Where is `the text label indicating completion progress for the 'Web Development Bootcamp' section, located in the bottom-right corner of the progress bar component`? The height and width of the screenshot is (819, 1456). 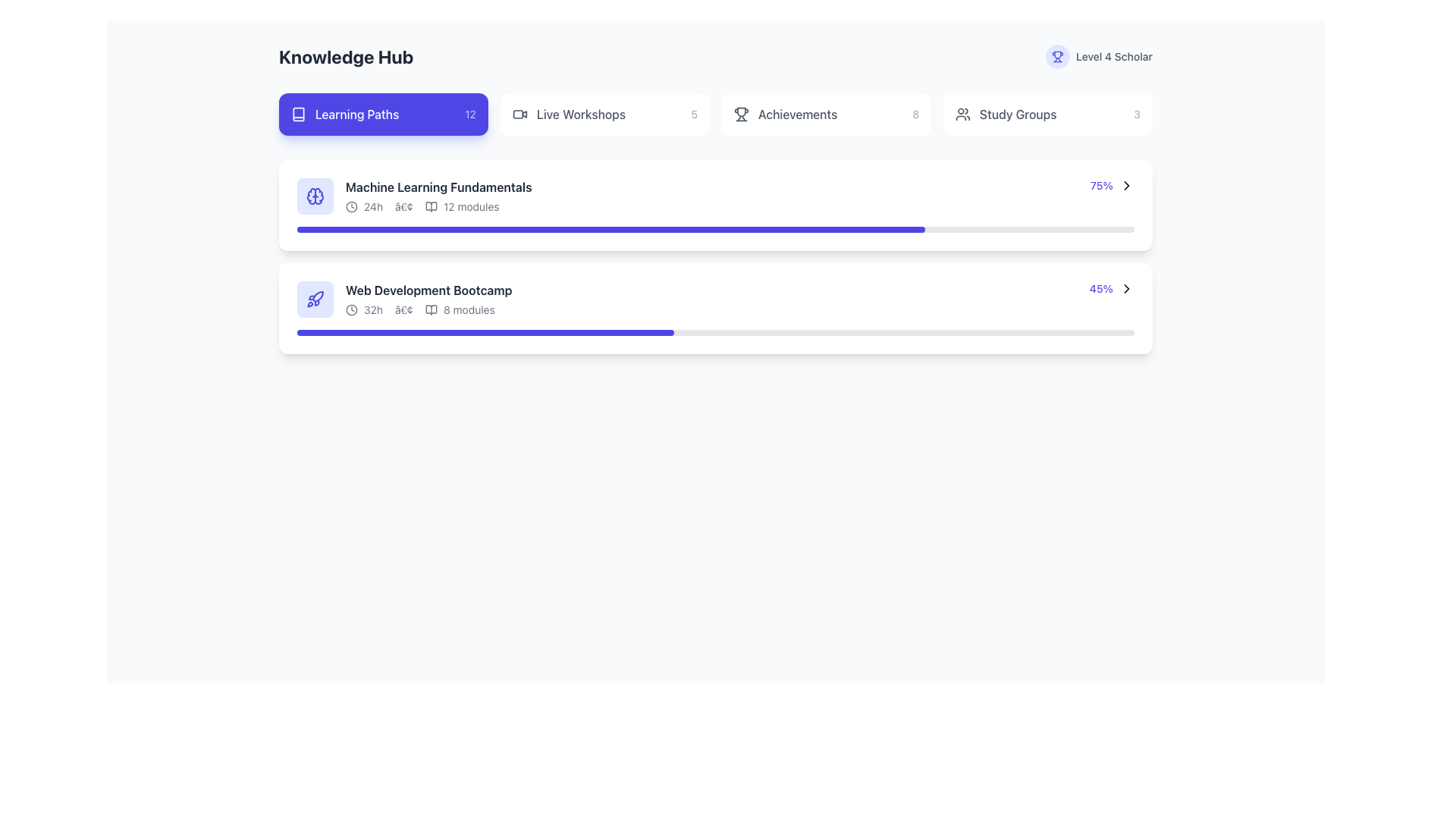 the text label indicating completion progress for the 'Web Development Bootcamp' section, located in the bottom-right corner of the progress bar component is located at coordinates (1101, 289).